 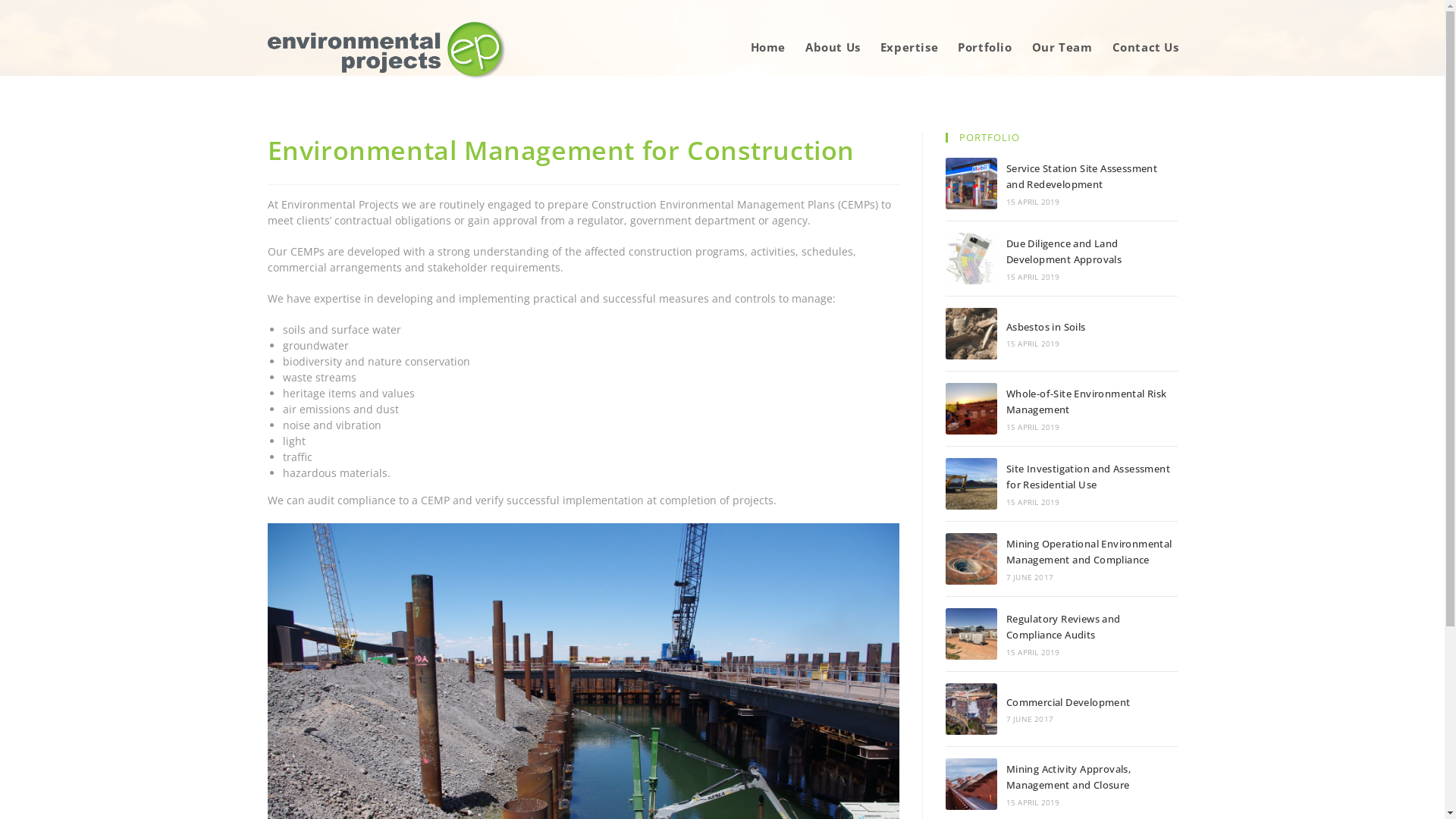 What do you see at coordinates (832, 46) in the screenshot?
I see `'About Us'` at bounding box center [832, 46].